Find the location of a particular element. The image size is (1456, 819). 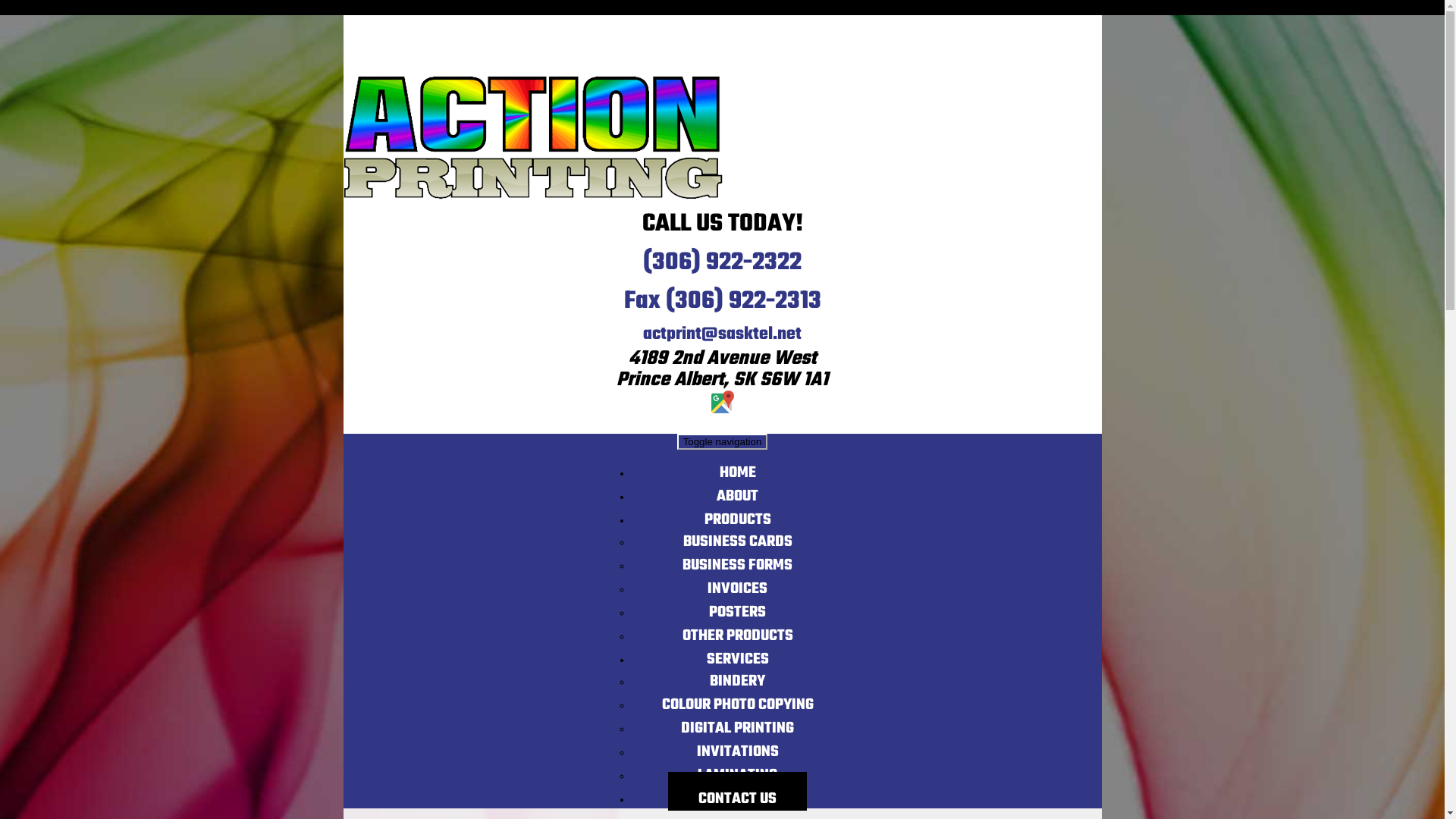

'PRODUCTS' is located at coordinates (737, 512).